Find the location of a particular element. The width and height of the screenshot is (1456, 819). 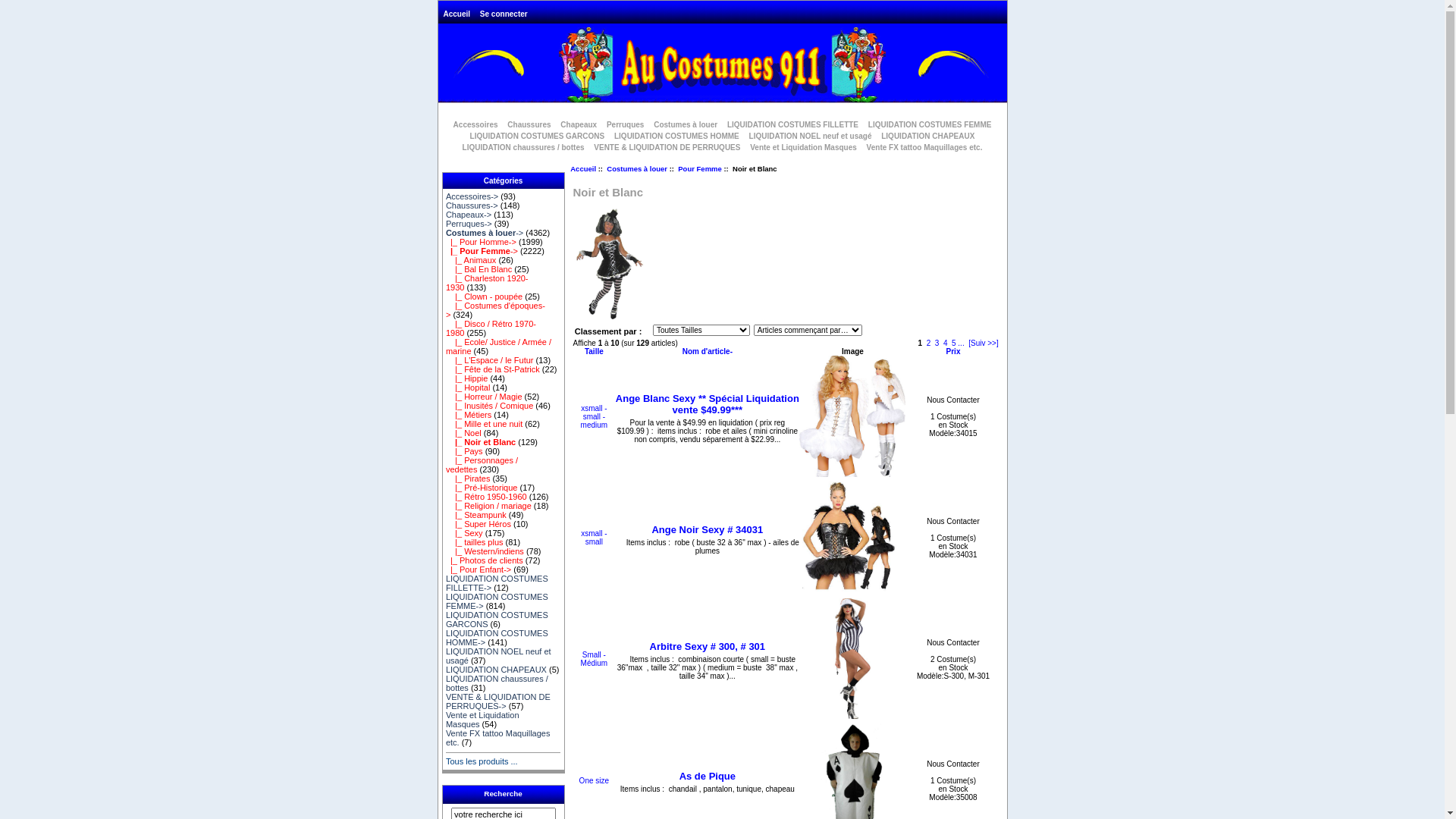

'    |_ Noel' is located at coordinates (463, 432).